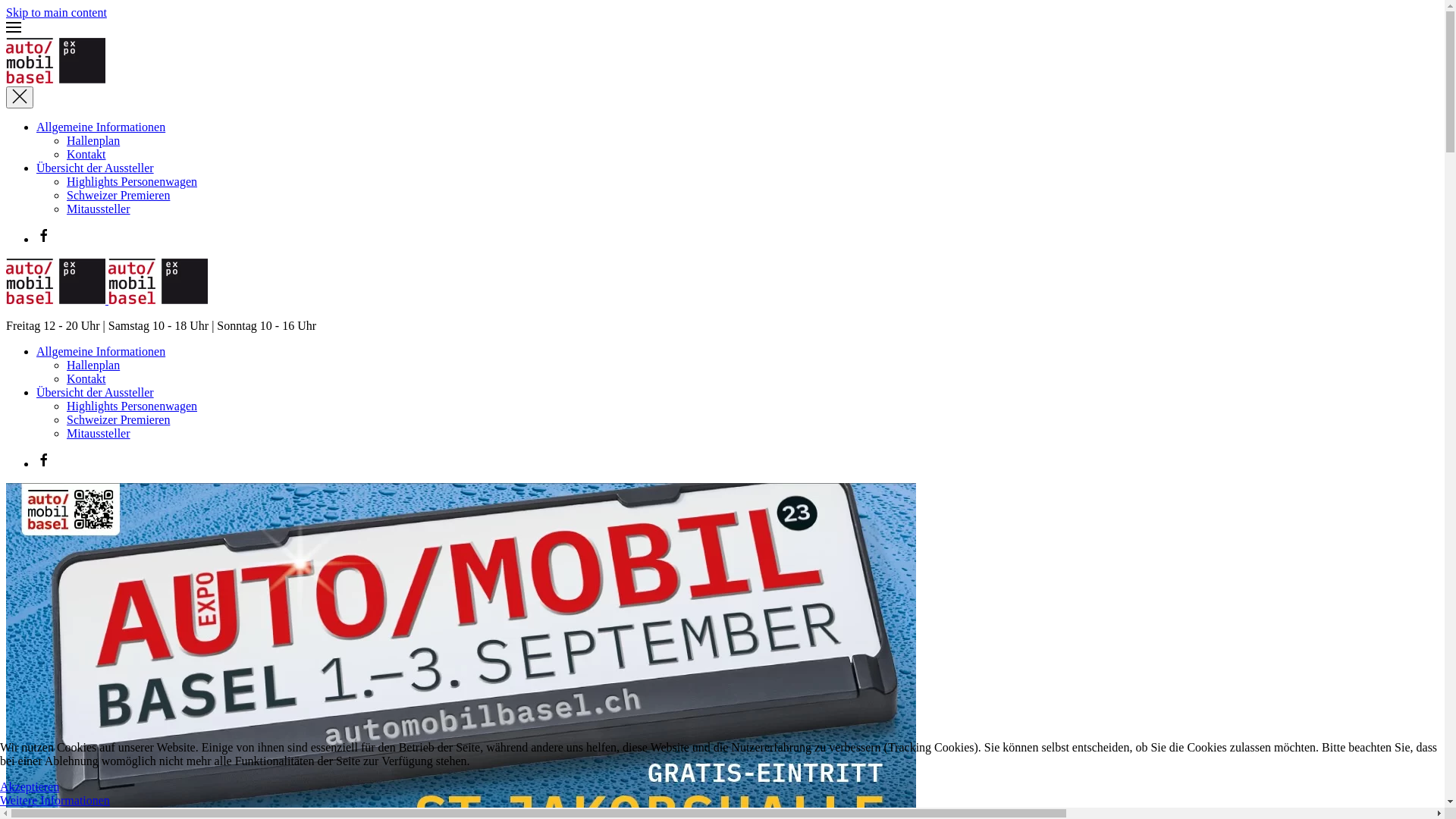 This screenshot has height=819, width=1456. Describe the element at coordinates (97, 209) in the screenshot. I see `'Mitaussteller'` at that location.